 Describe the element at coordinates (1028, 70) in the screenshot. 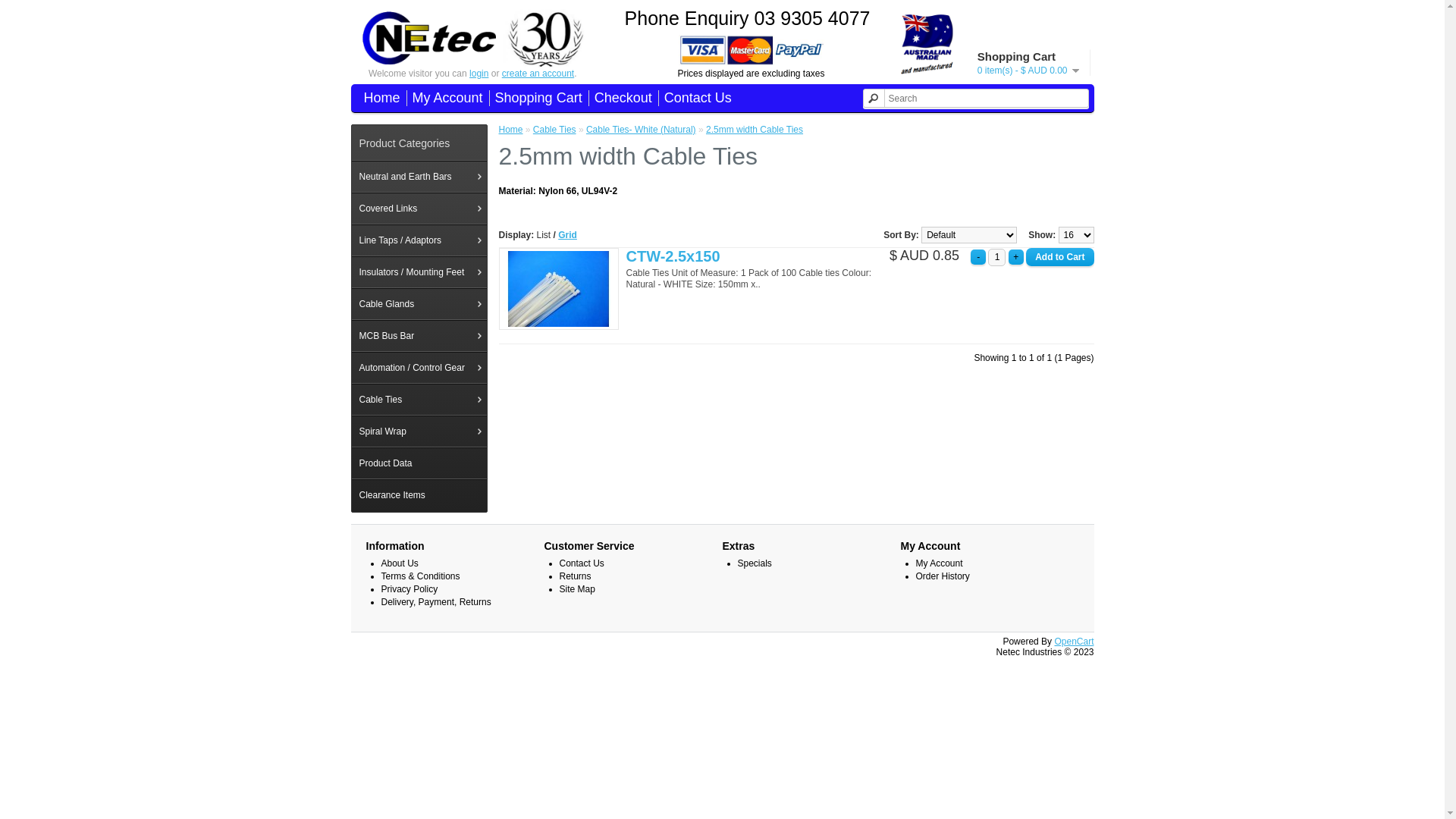

I see `'0 item(s) - $ AUD 0.00'` at that location.